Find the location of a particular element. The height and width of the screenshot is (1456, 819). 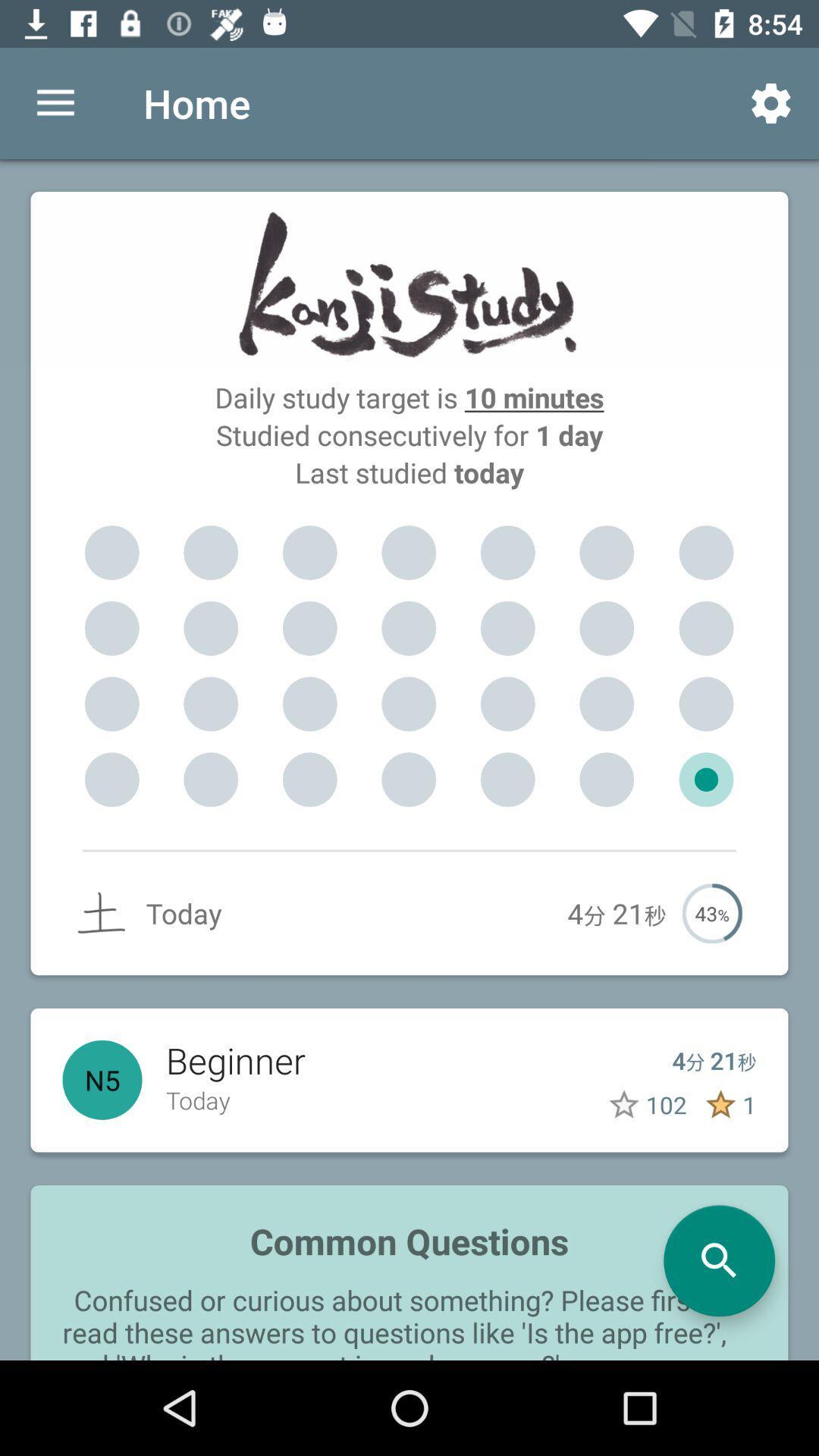

the item below the last studied today is located at coordinates (111, 552).